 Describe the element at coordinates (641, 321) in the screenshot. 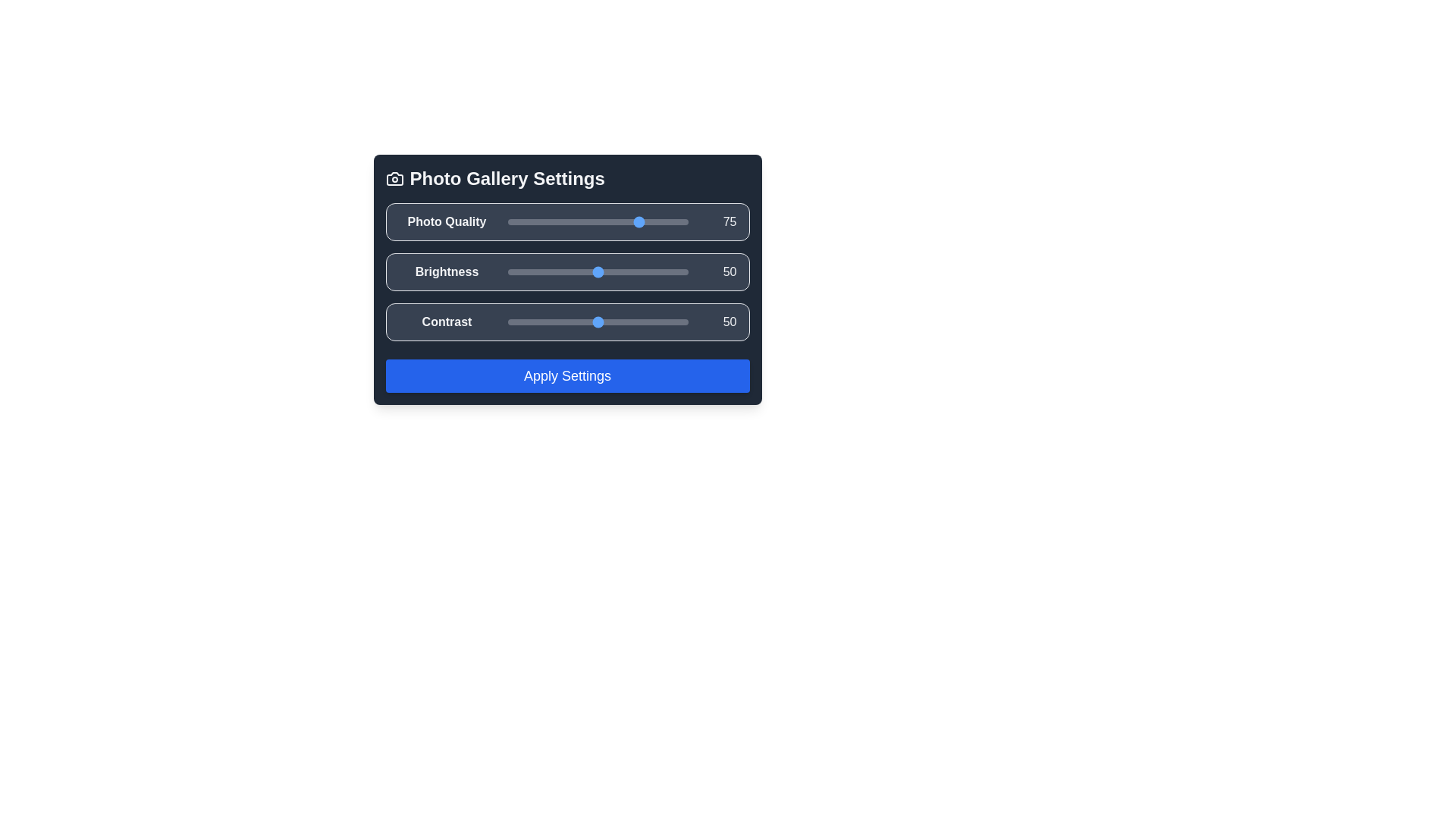

I see `the contrast` at that location.